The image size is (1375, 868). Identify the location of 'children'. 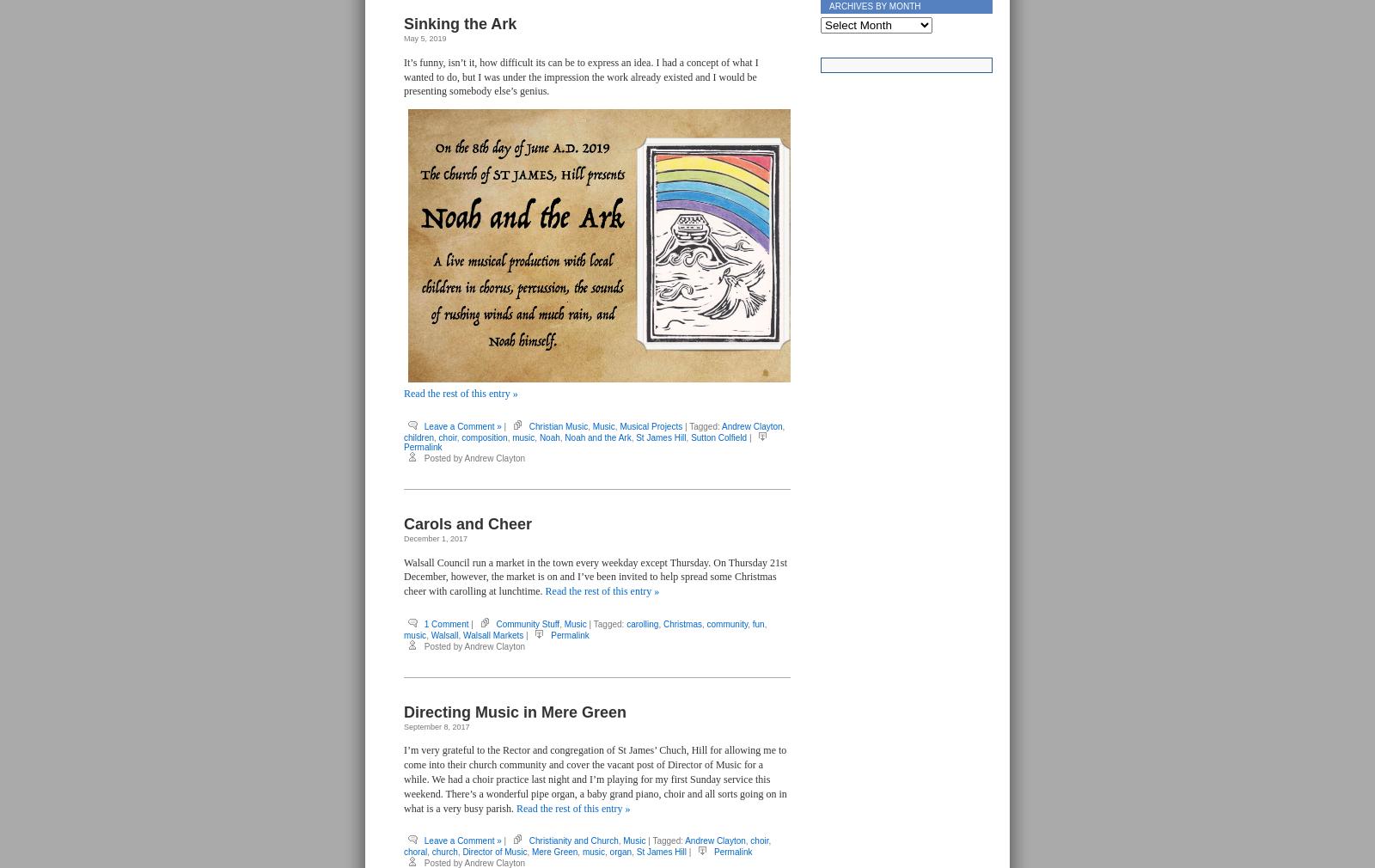
(418, 437).